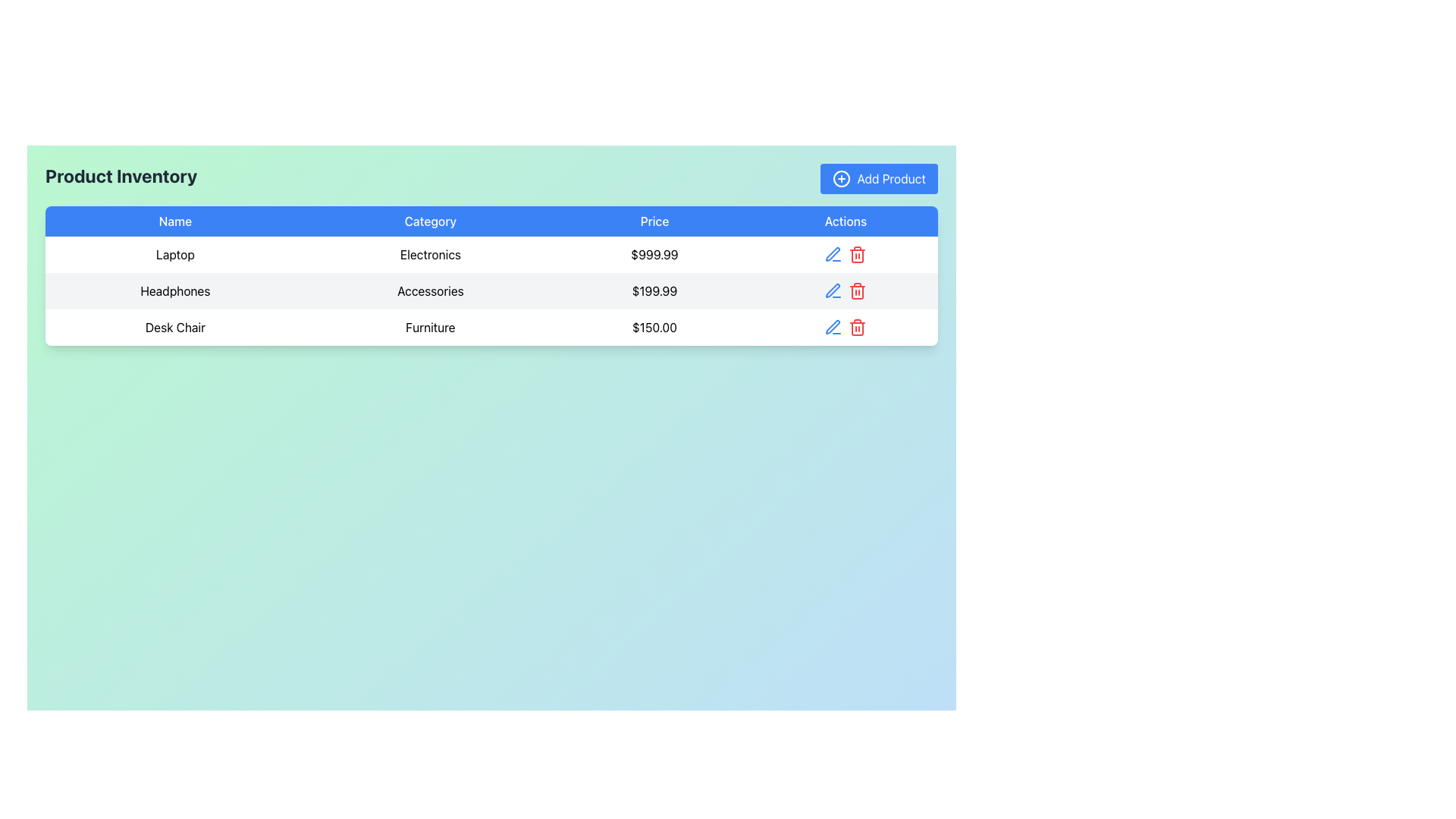 The image size is (1456, 819). I want to click on displayed price value for 'Headphones' and 'Accessories' in the Text label located in the third column of the second row under the 'Price' column, so click(654, 291).